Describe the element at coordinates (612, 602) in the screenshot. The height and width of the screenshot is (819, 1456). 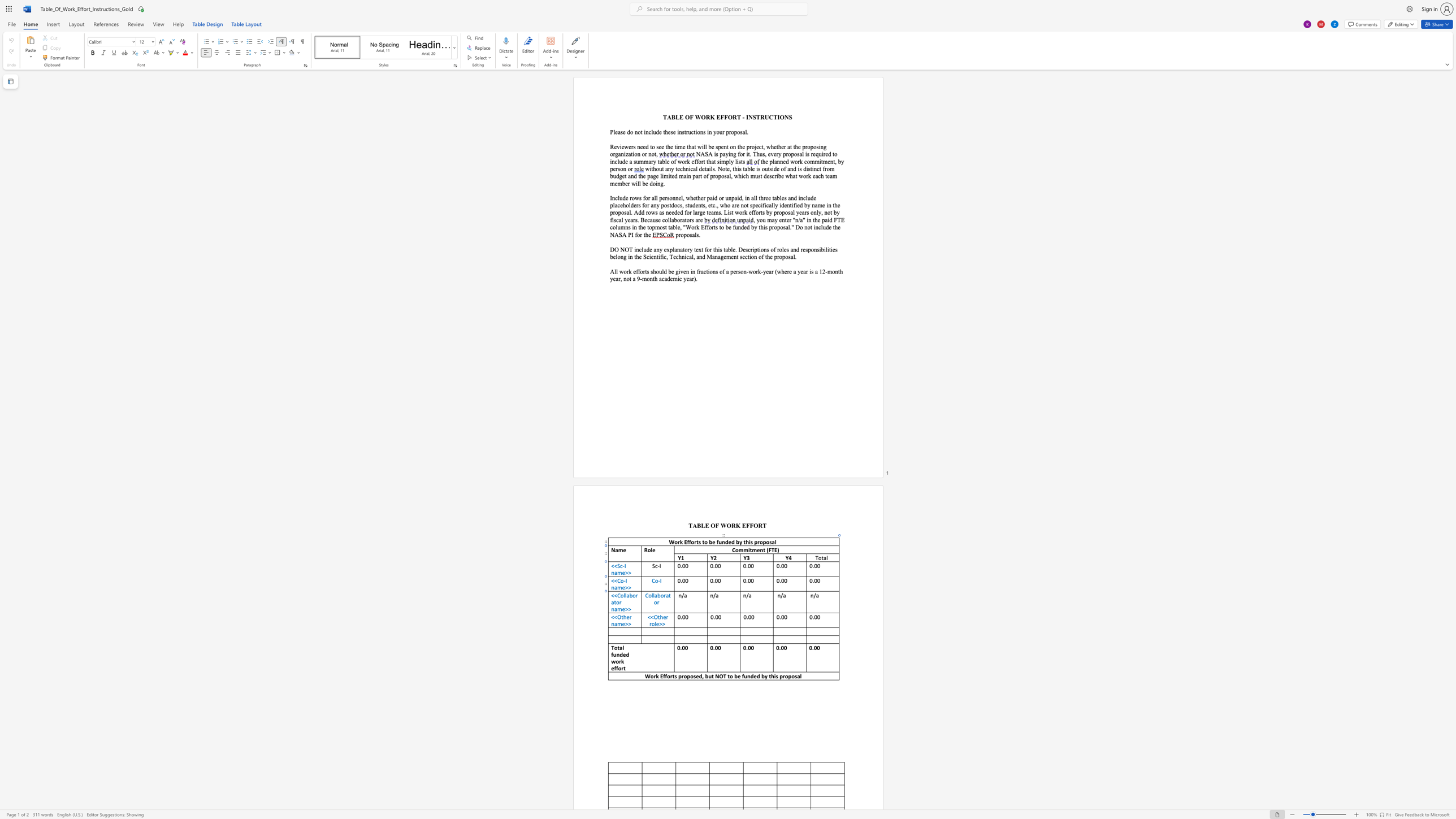
I see `the 2th character "a" in the text` at that location.